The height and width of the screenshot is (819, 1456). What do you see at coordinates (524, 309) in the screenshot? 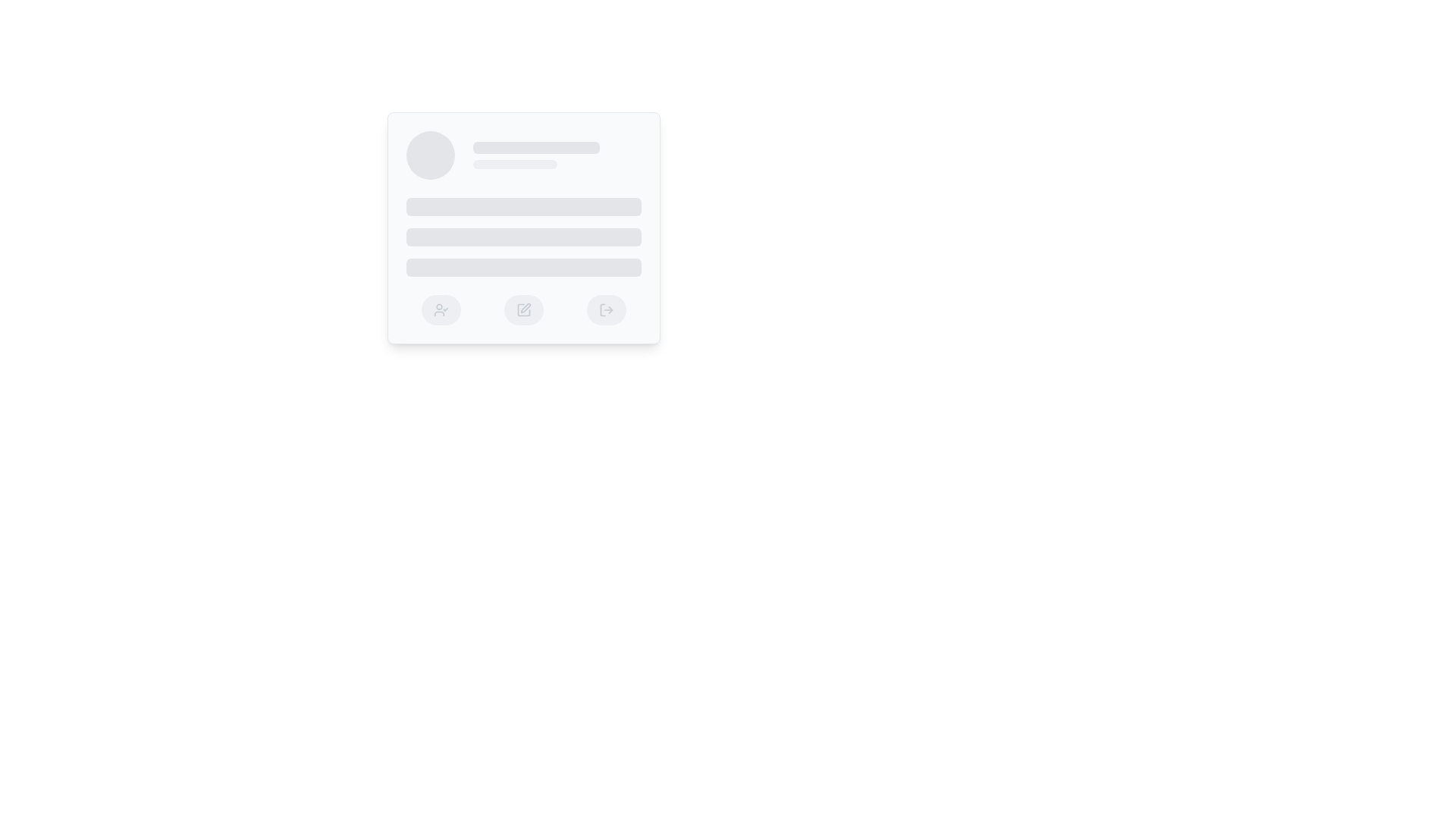
I see `the gray square icon with a diagonal pen overlay` at bounding box center [524, 309].